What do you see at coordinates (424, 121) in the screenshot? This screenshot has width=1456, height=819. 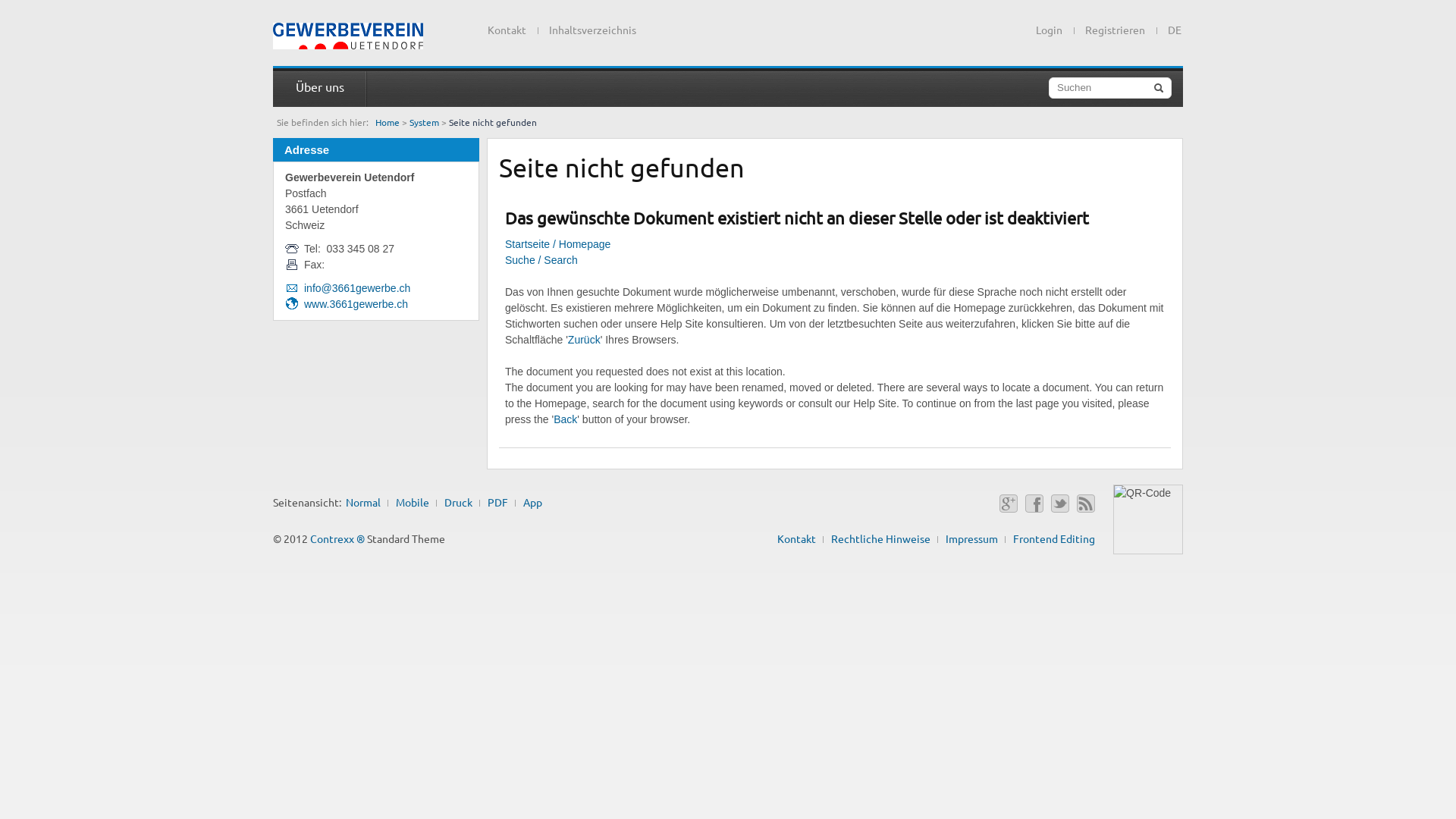 I see `'System'` at bounding box center [424, 121].